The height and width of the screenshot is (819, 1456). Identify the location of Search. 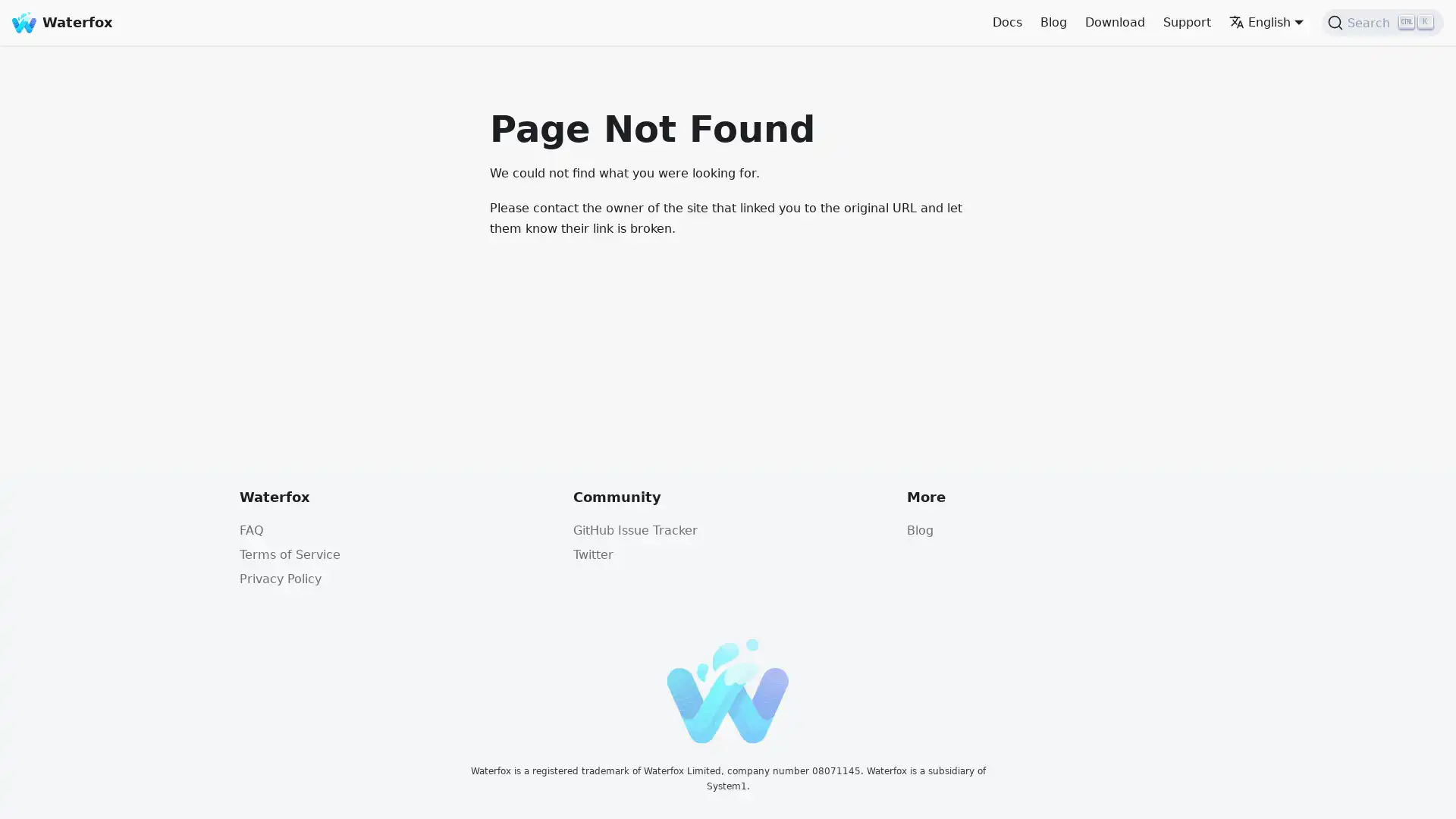
(1382, 23).